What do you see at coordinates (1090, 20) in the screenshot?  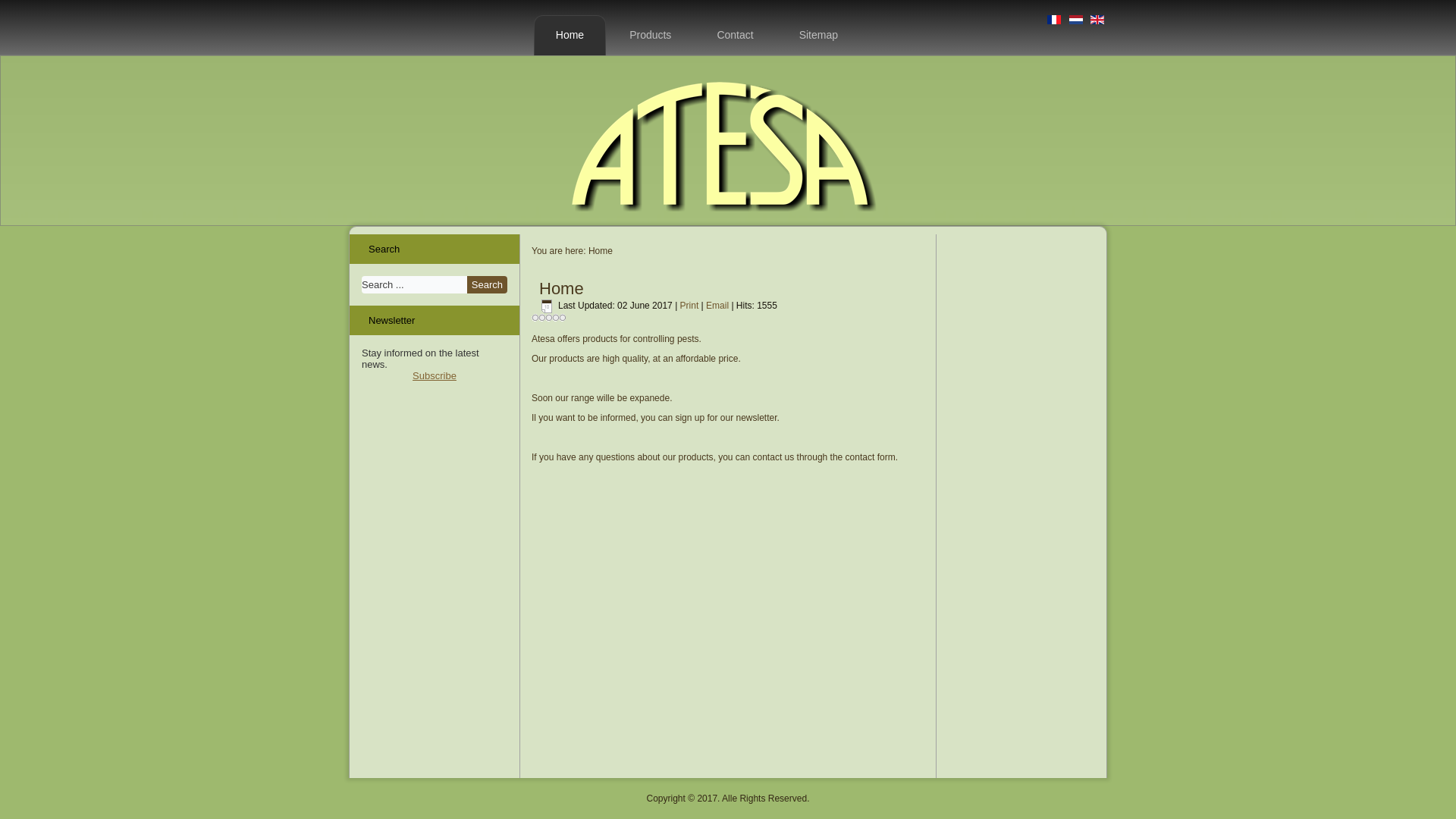 I see `'English (UK)'` at bounding box center [1090, 20].